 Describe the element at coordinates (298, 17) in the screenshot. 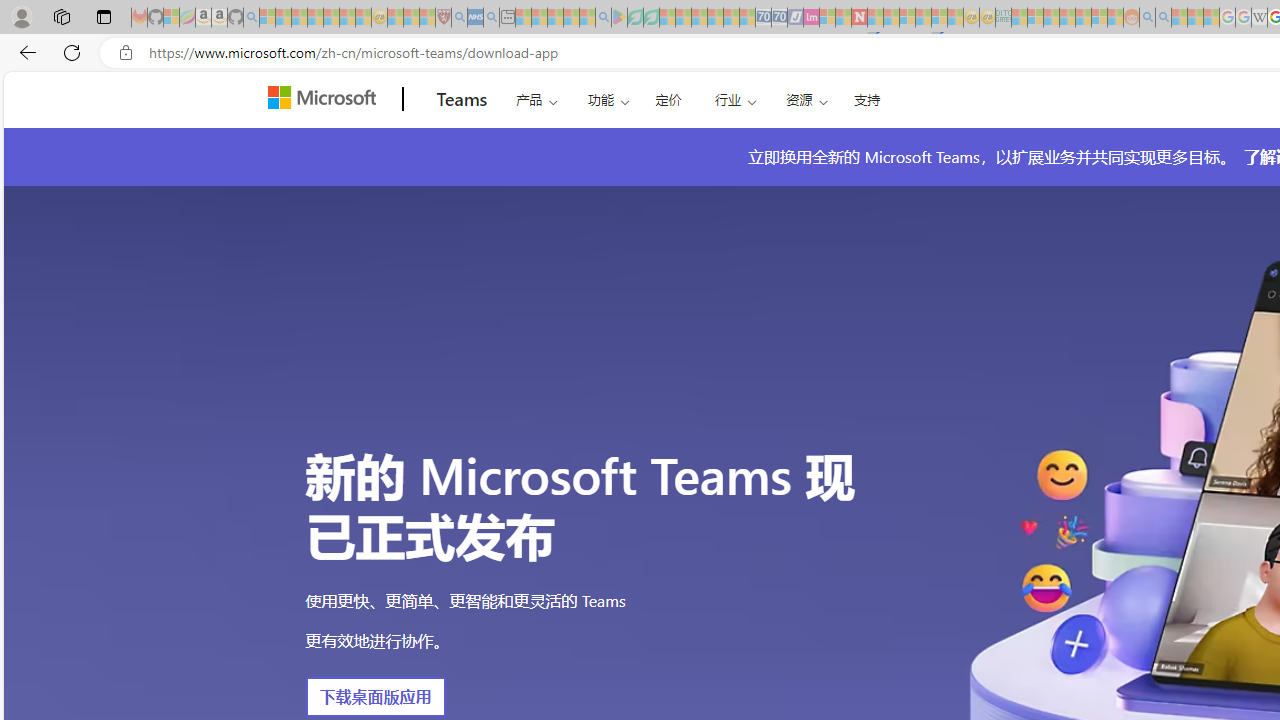

I see `'The Weather Channel - MSN - Sleeping'` at that location.